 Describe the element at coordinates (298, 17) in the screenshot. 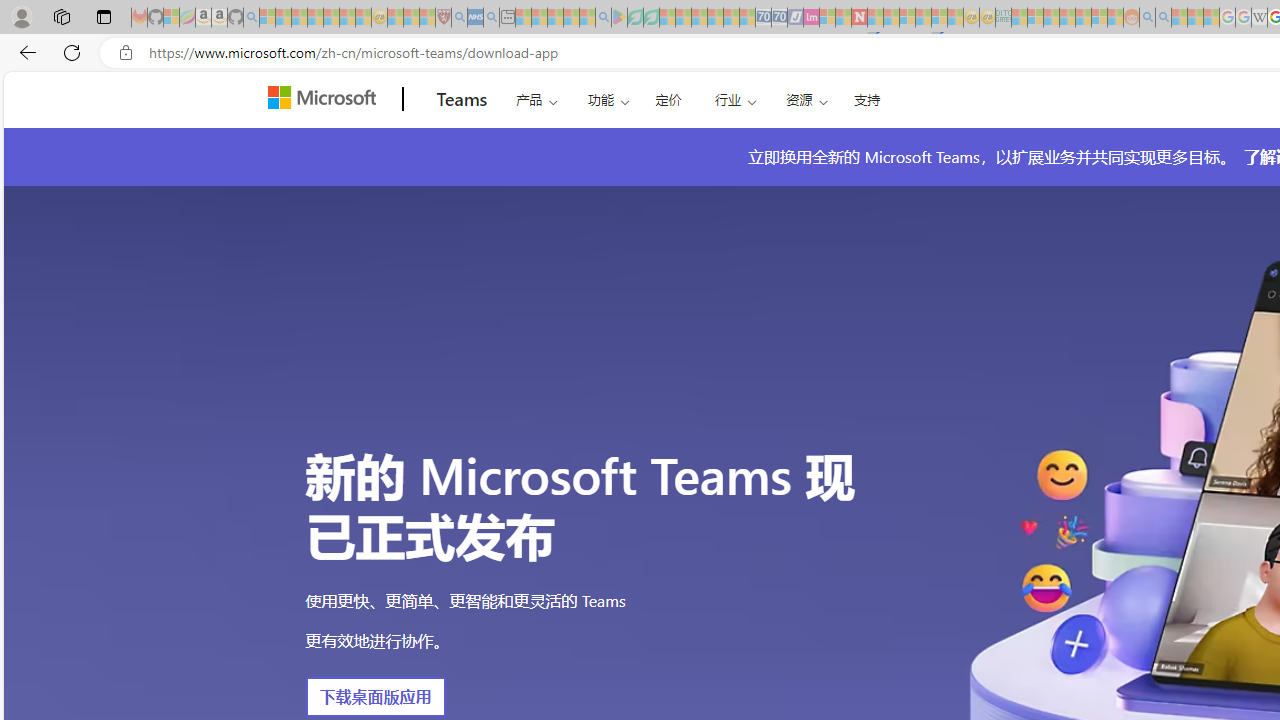

I see `'The Weather Channel - MSN - Sleeping'` at that location.